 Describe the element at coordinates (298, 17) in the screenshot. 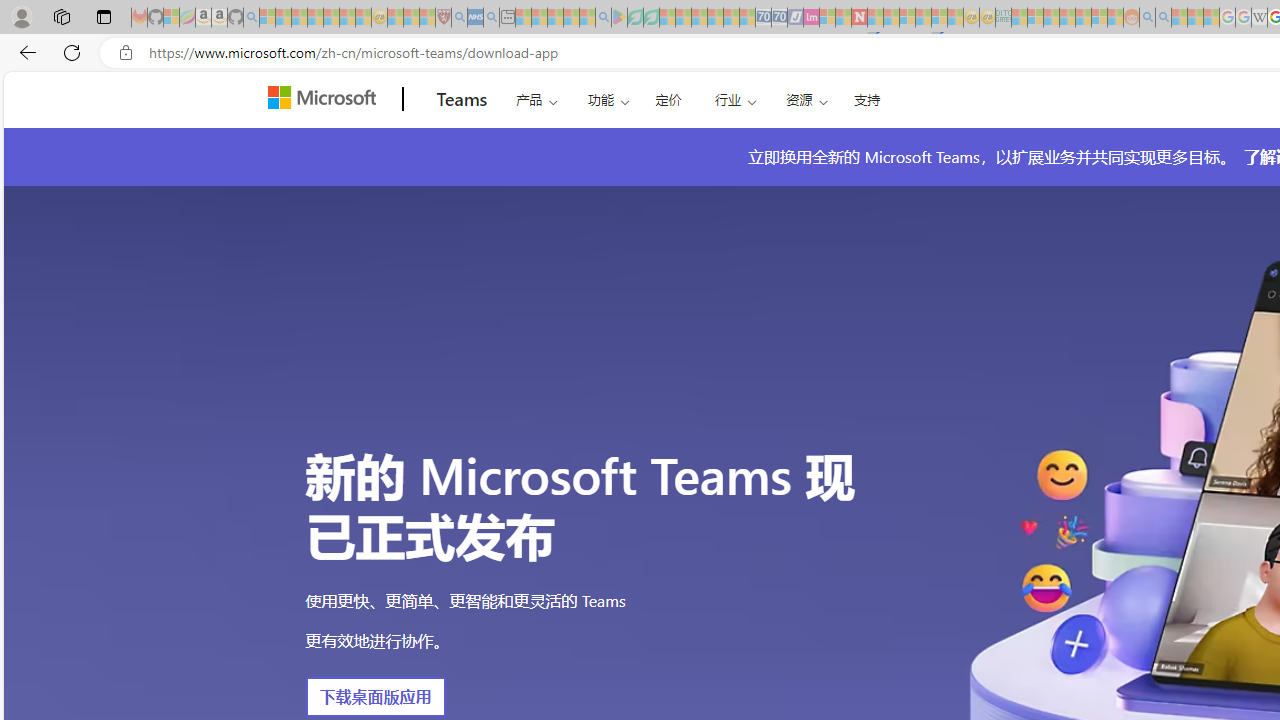

I see `'The Weather Channel - MSN - Sleeping'` at that location.